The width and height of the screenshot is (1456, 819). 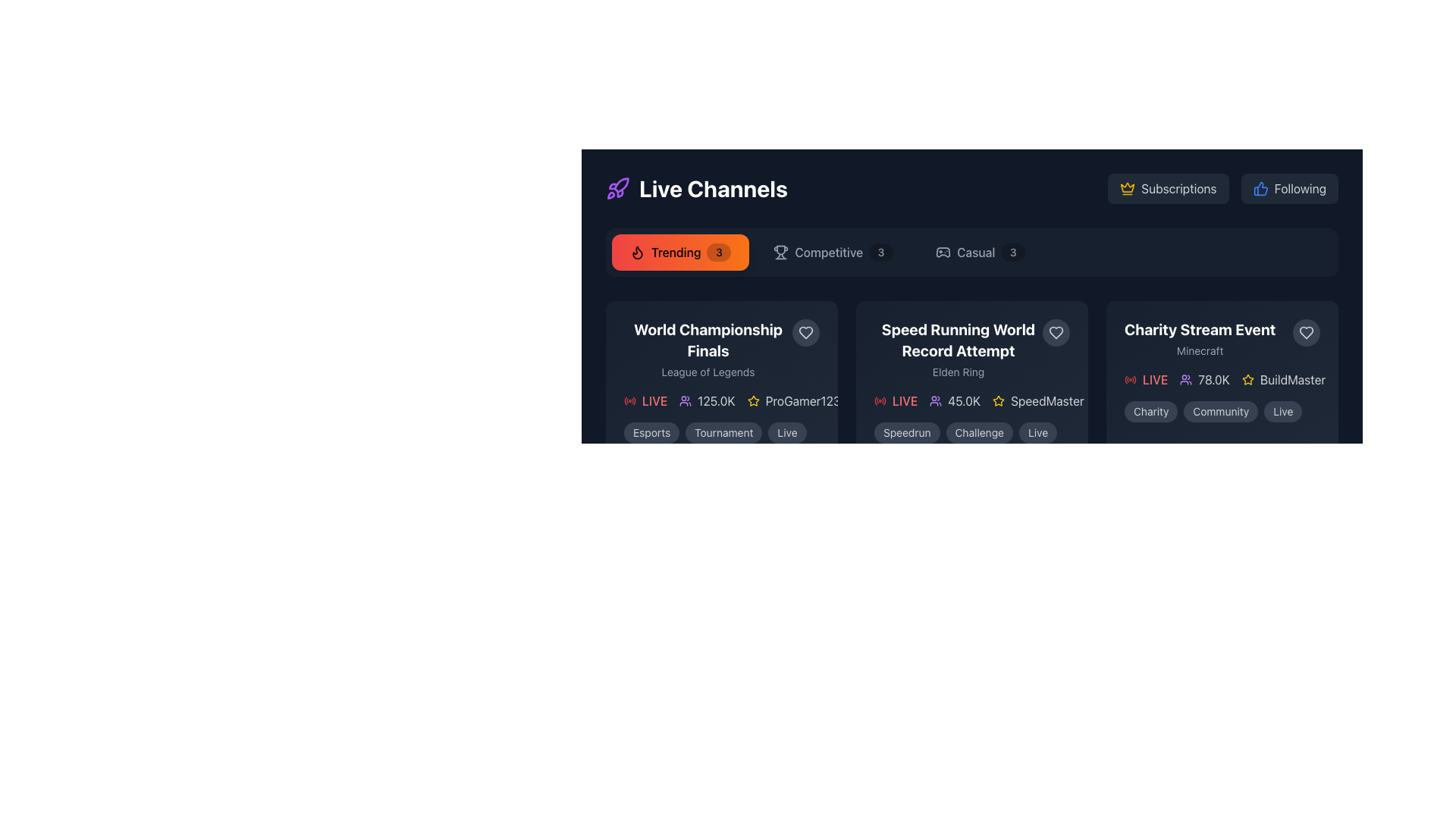 What do you see at coordinates (963, 400) in the screenshot?
I see `the text label displaying '45.0K', which is styled in light gray against a dark background and is located within a group of statistics components` at bounding box center [963, 400].